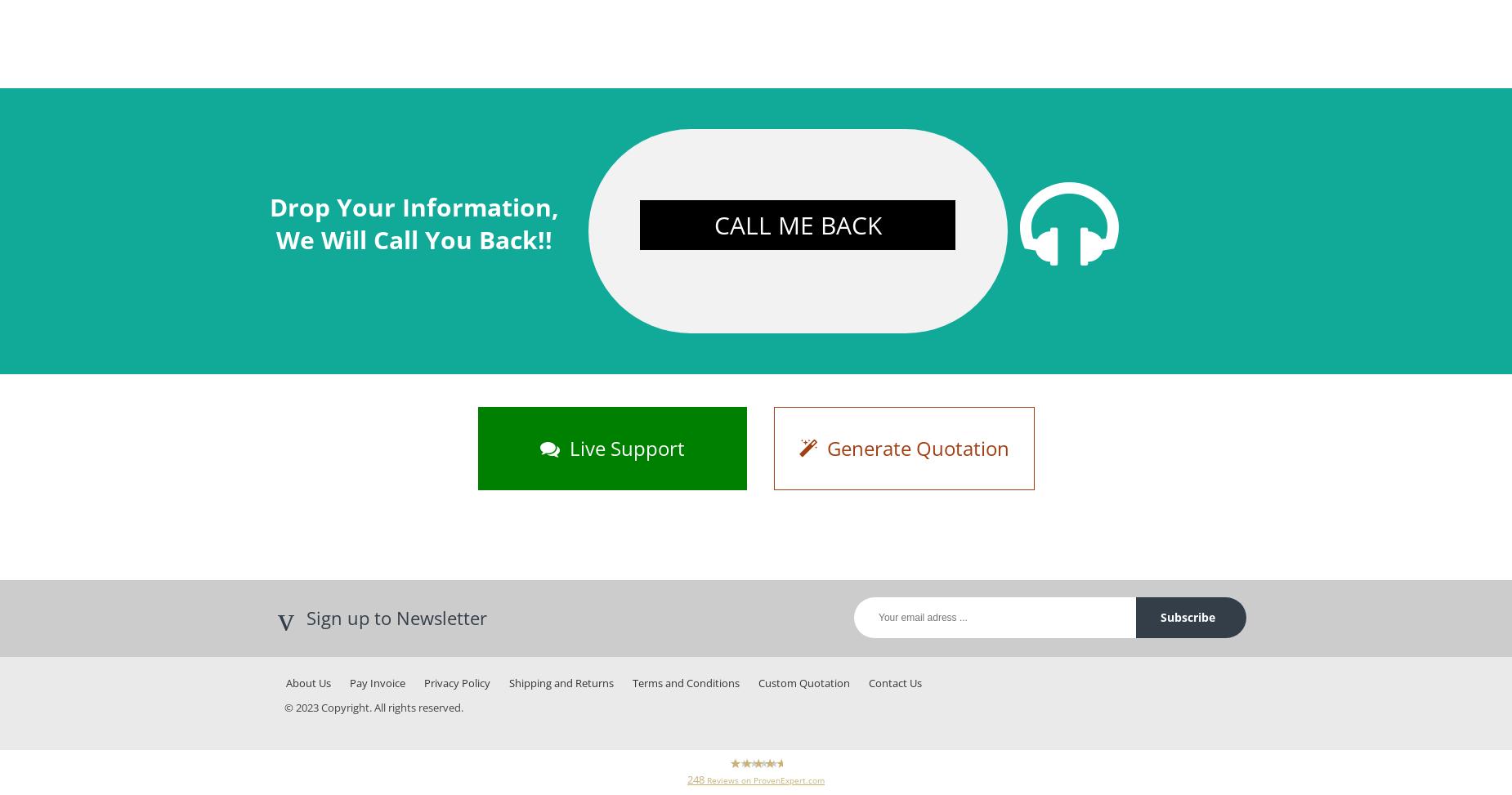 This screenshot has height=795, width=1512. What do you see at coordinates (414, 239) in the screenshot?
I see `'We will Call You Back!!'` at bounding box center [414, 239].